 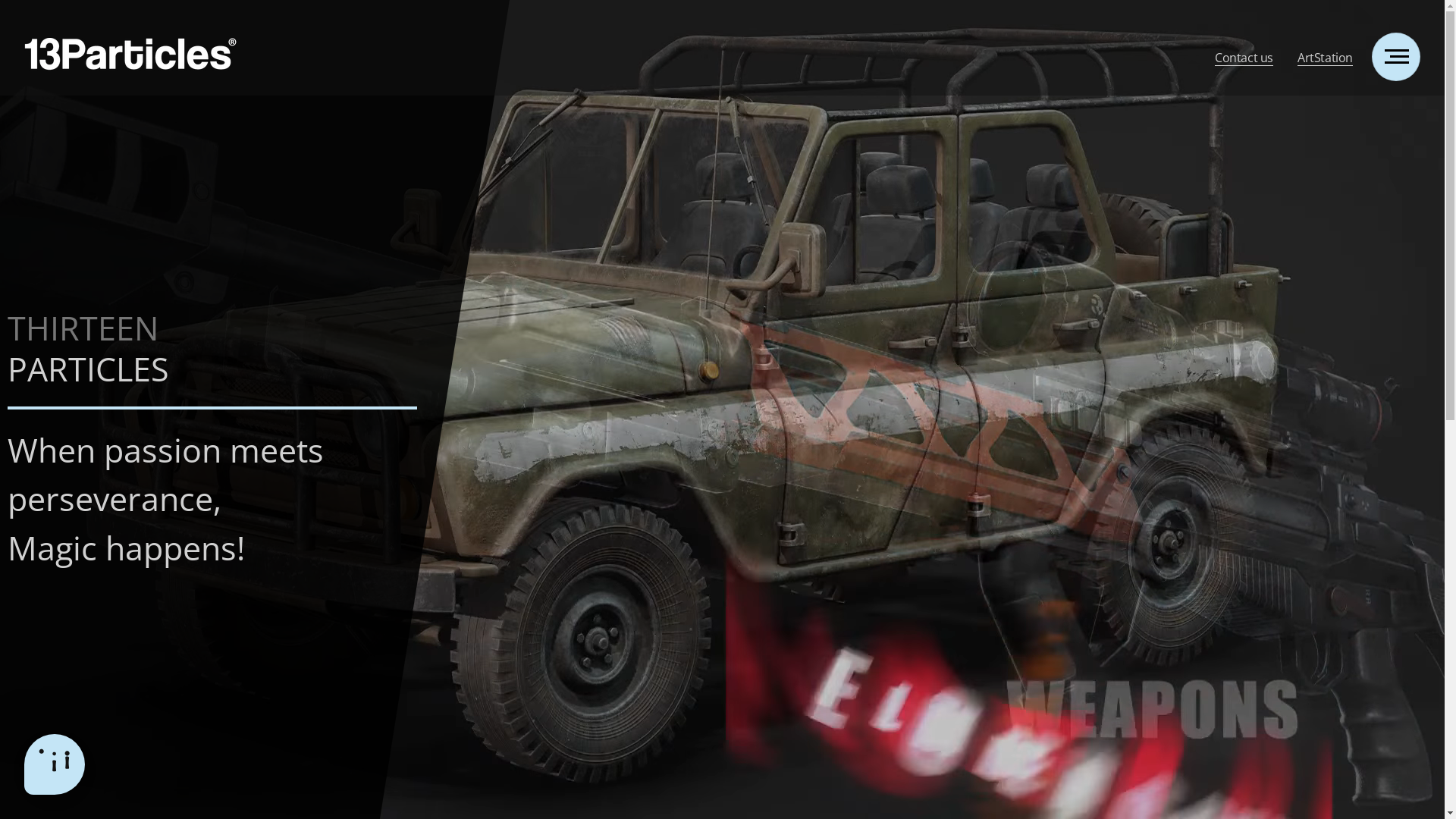 I want to click on 'Contact us', so click(x=1244, y=54).